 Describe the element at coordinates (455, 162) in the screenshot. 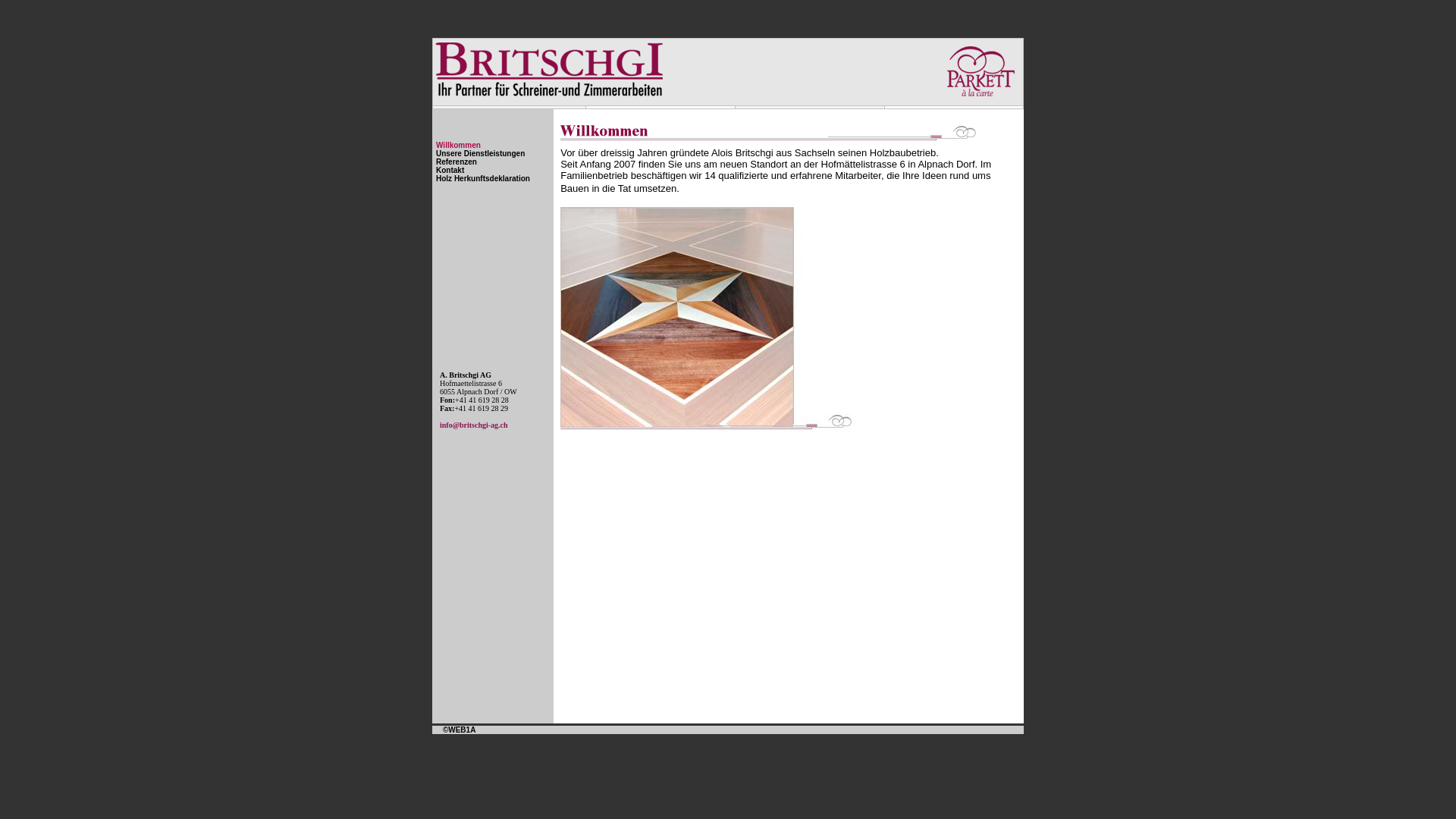

I see `'Referenzen'` at that location.